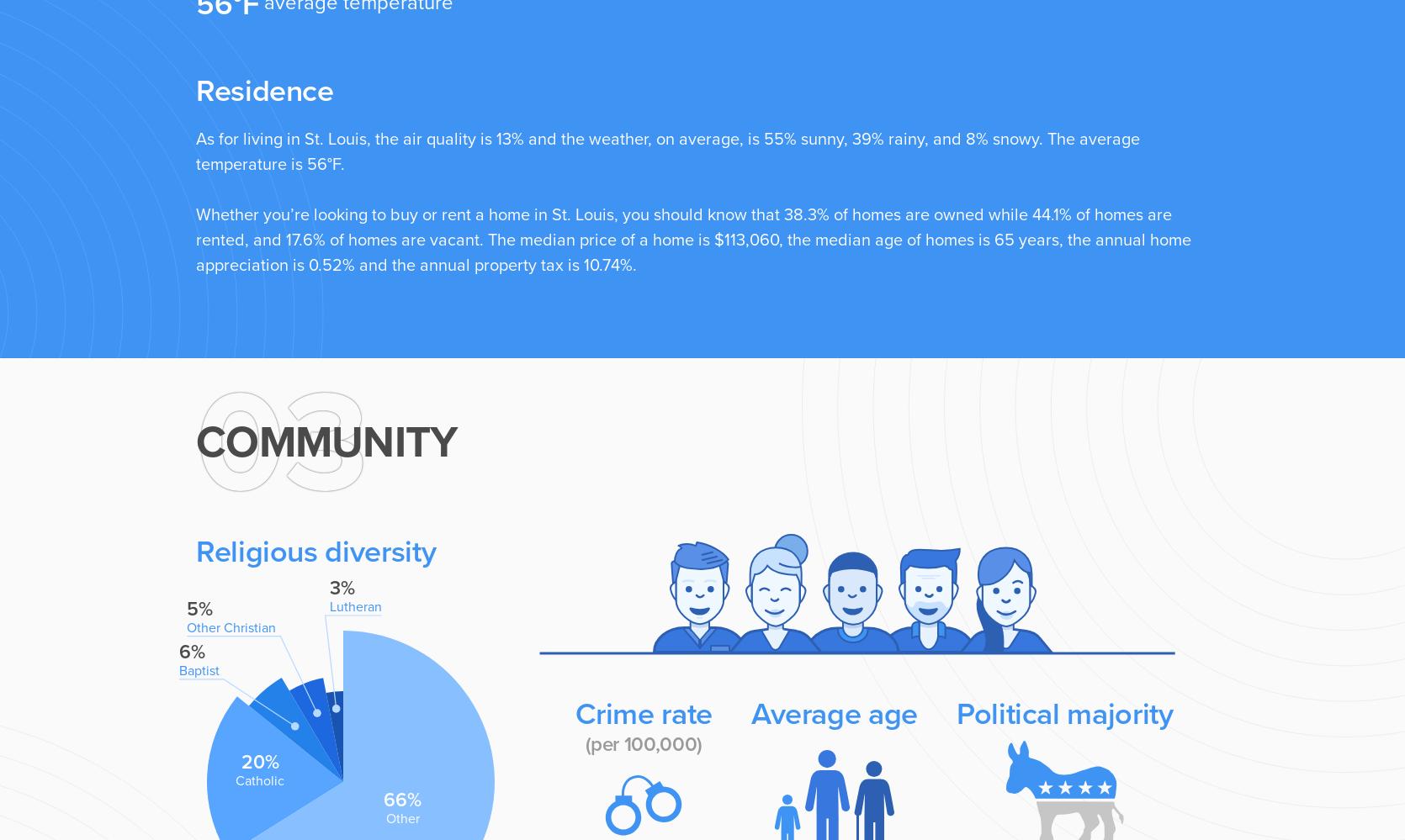 The width and height of the screenshot is (1405, 840). What do you see at coordinates (400, 817) in the screenshot?
I see `'Other'` at bounding box center [400, 817].